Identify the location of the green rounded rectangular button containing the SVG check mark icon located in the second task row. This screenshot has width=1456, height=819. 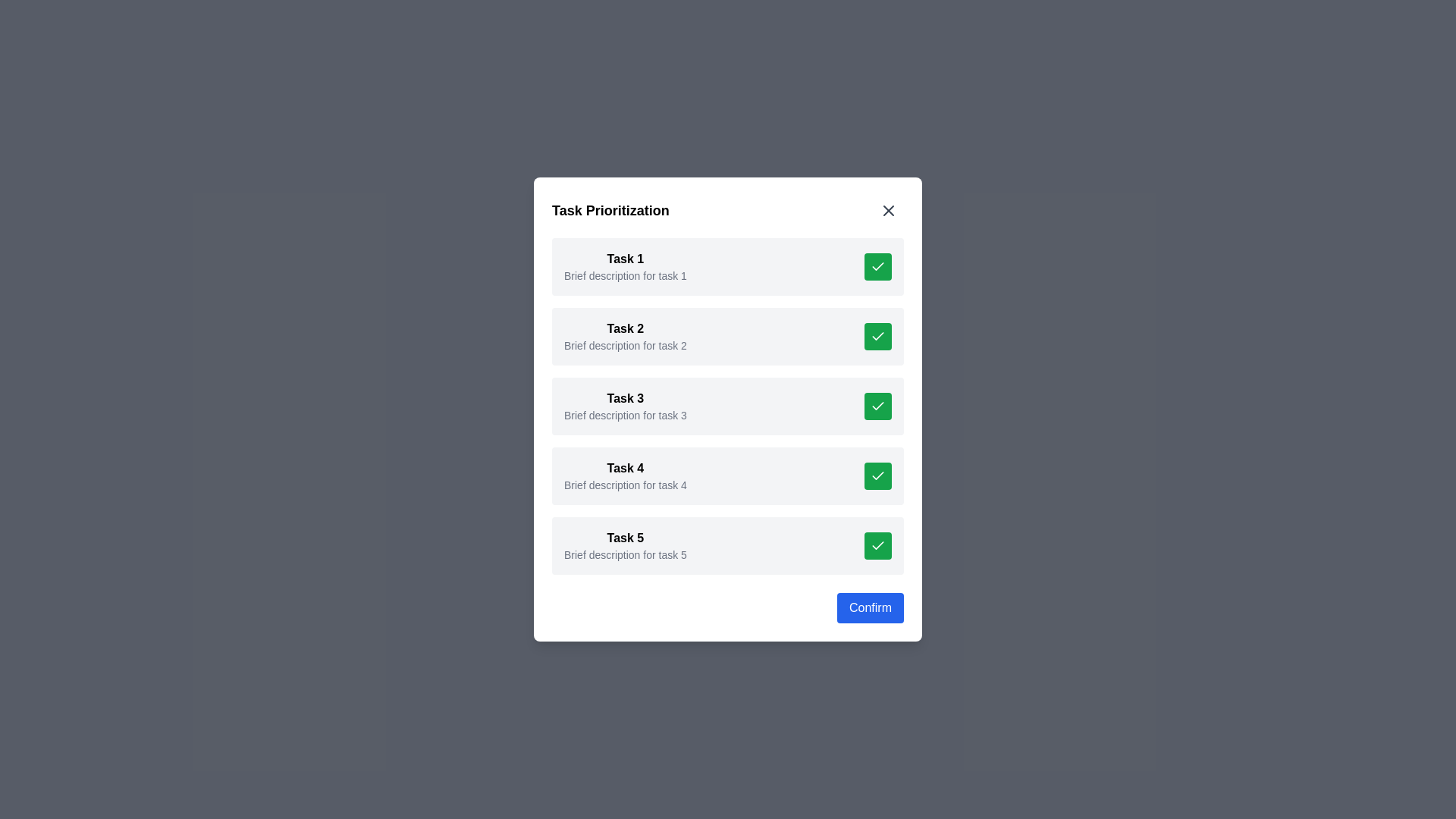
(877, 335).